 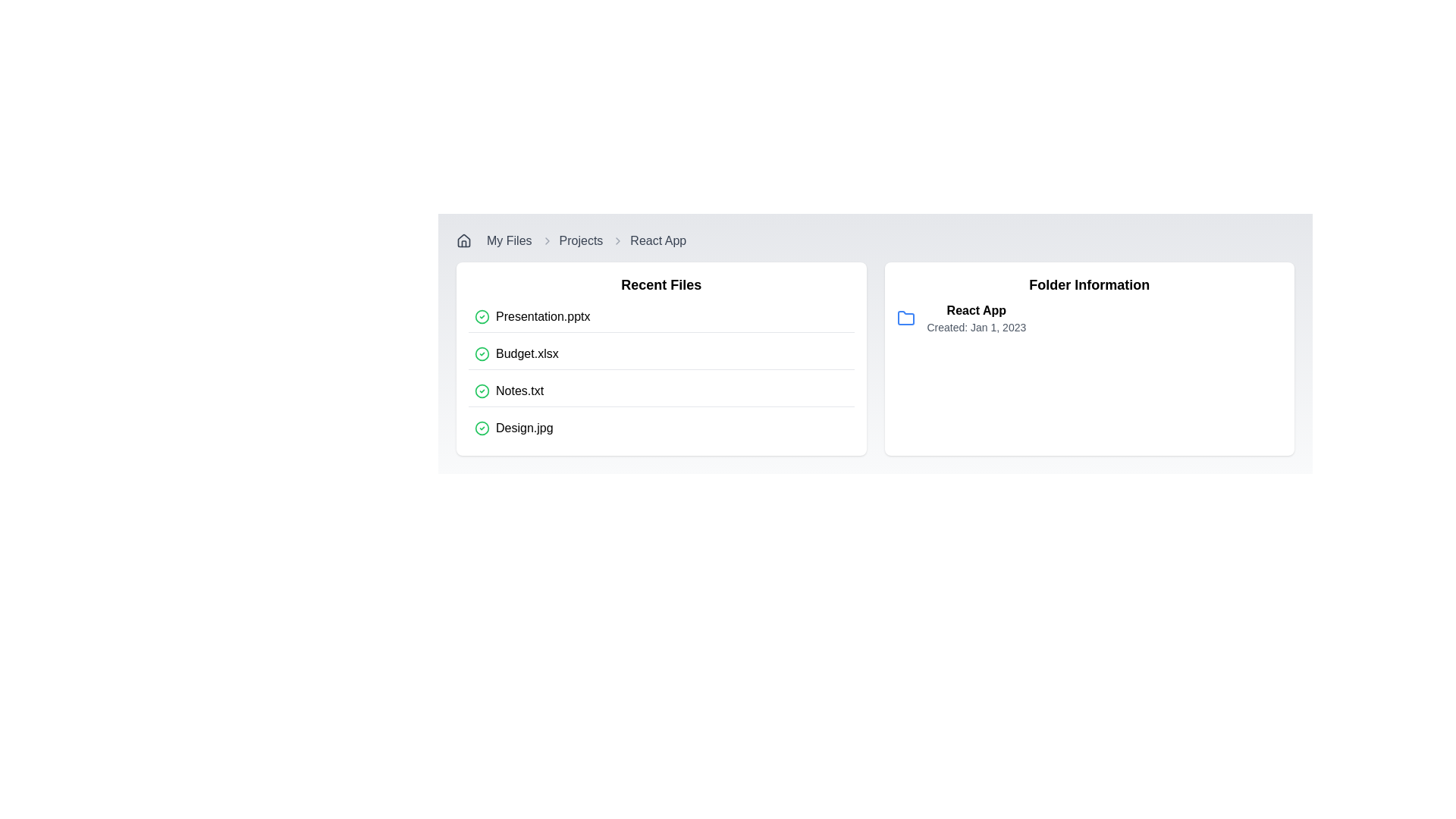 What do you see at coordinates (905, 317) in the screenshot?
I see `the folder icon representing the 'React App' within the 'Folder Information' panel` at bounding box center [905, 317].